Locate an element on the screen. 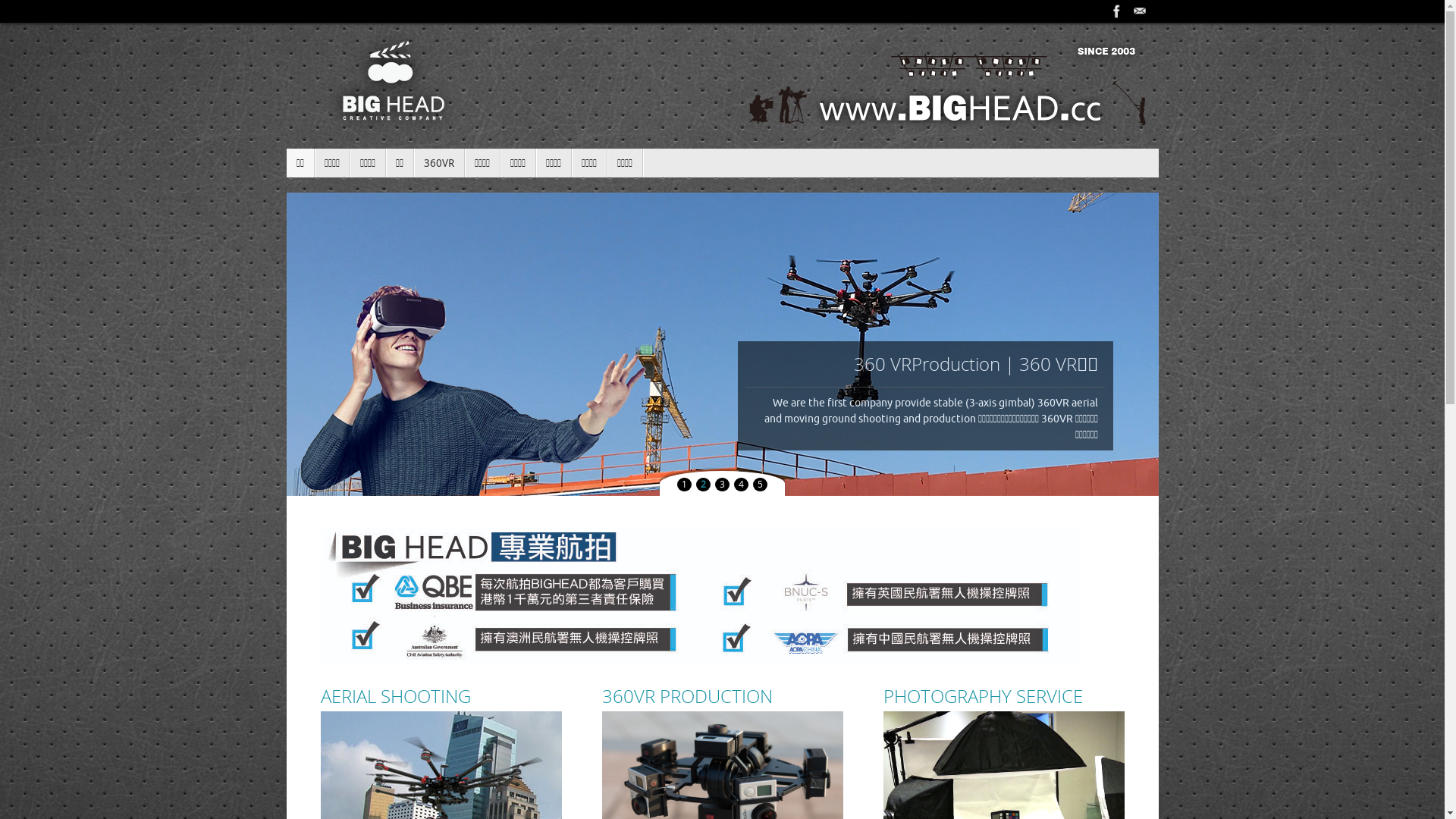 This screenshot has height=819, width=1456. 'Mail' is located at coordinates (1128, 11).